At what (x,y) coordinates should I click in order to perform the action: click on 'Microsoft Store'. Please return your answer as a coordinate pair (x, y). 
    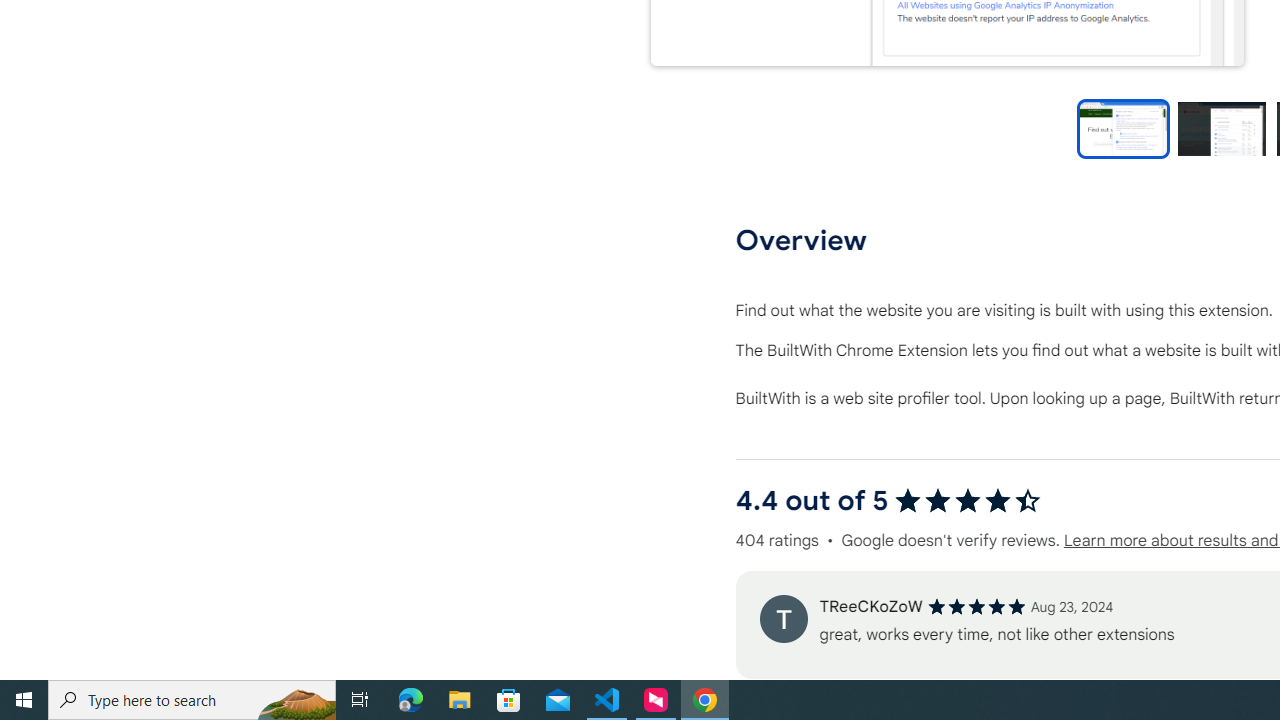
    Looking at the image, I should click on (509, 698).